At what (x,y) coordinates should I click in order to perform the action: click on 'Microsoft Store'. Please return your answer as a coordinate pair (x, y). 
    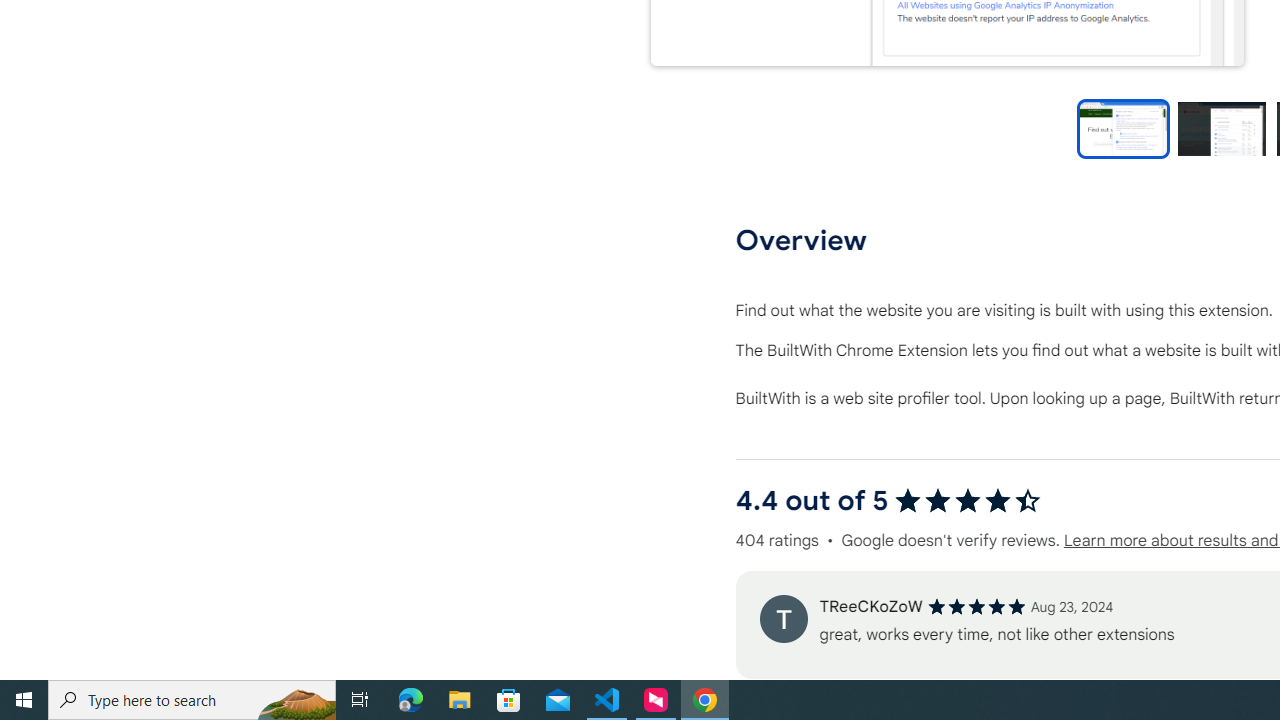
    Looking at the image, I should click on (509, 698).